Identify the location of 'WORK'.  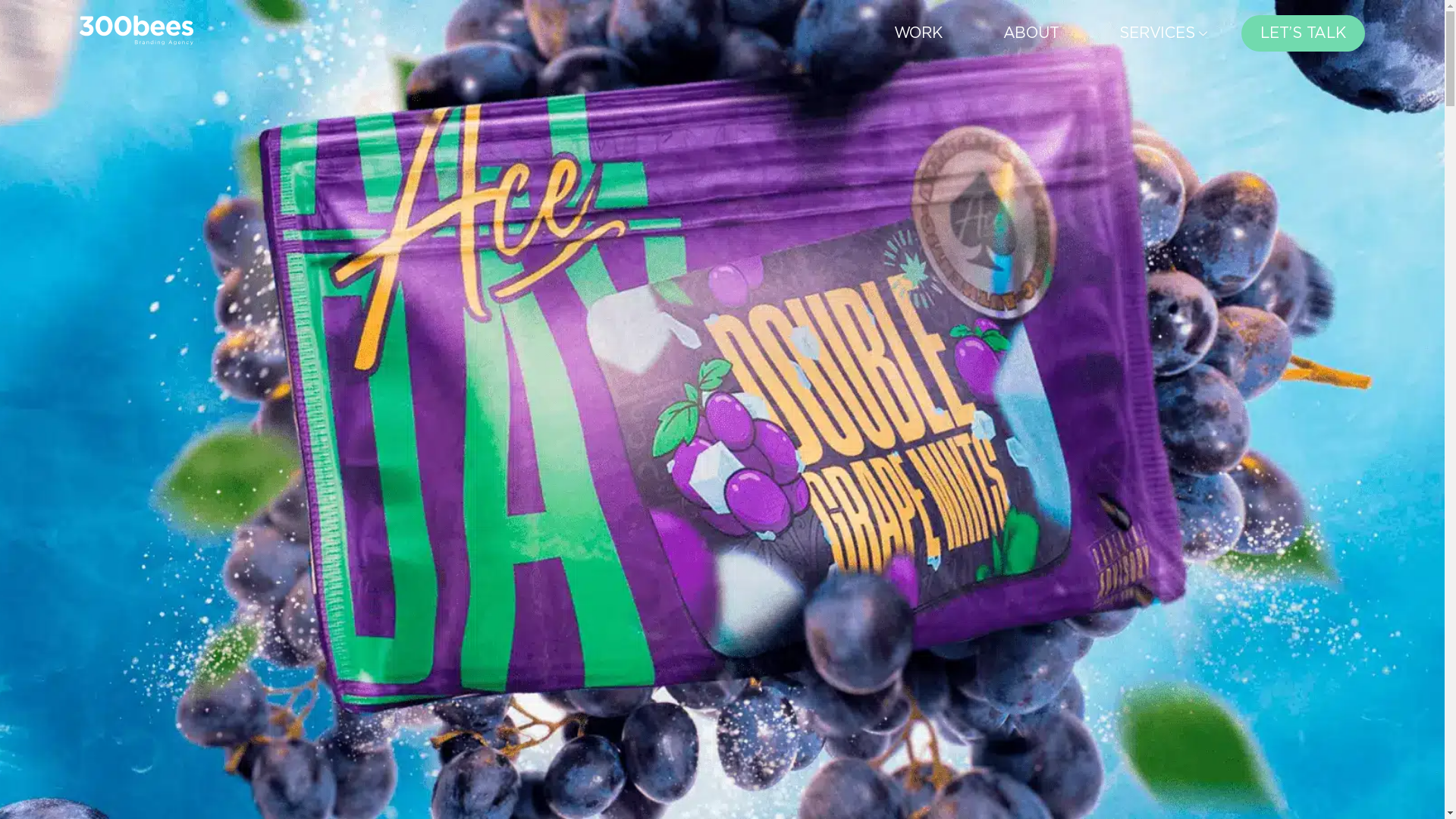
(917, 33).